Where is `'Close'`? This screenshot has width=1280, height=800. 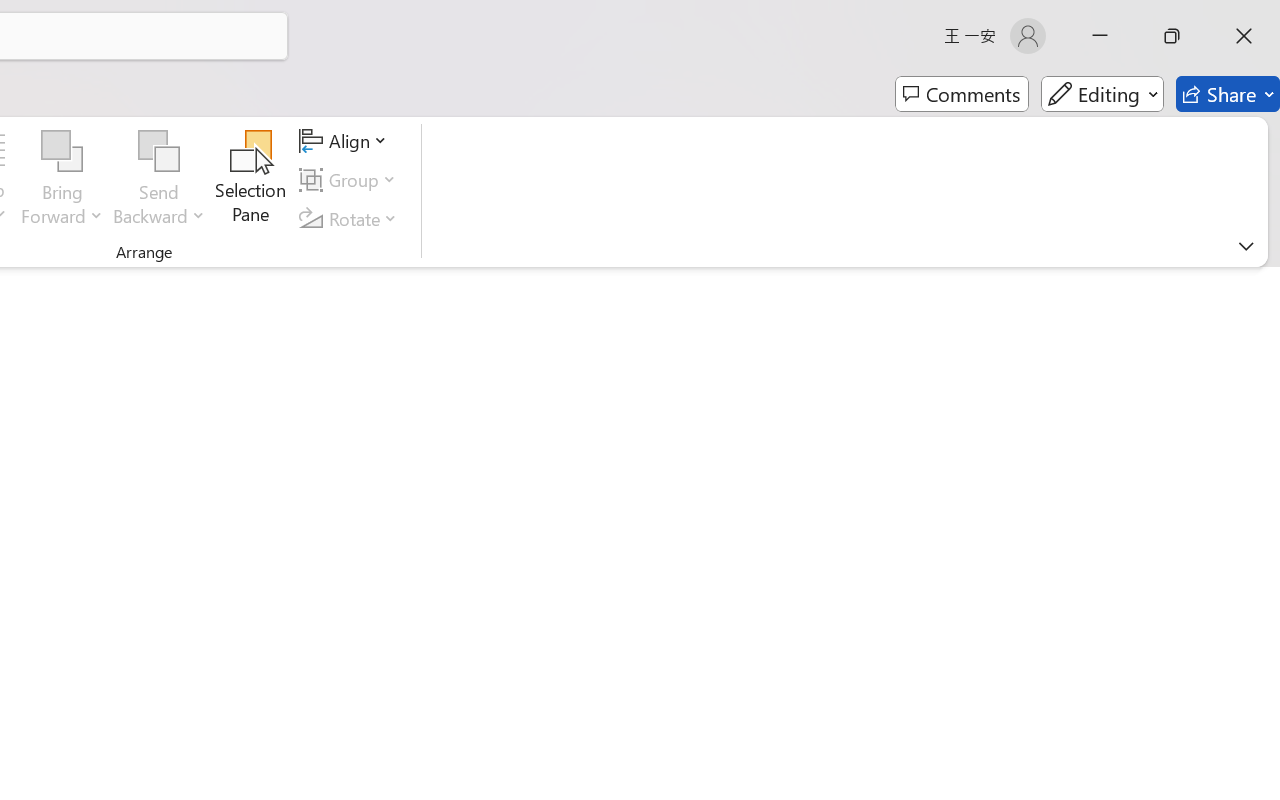
'Close' is located at coordinates (1243, 35).